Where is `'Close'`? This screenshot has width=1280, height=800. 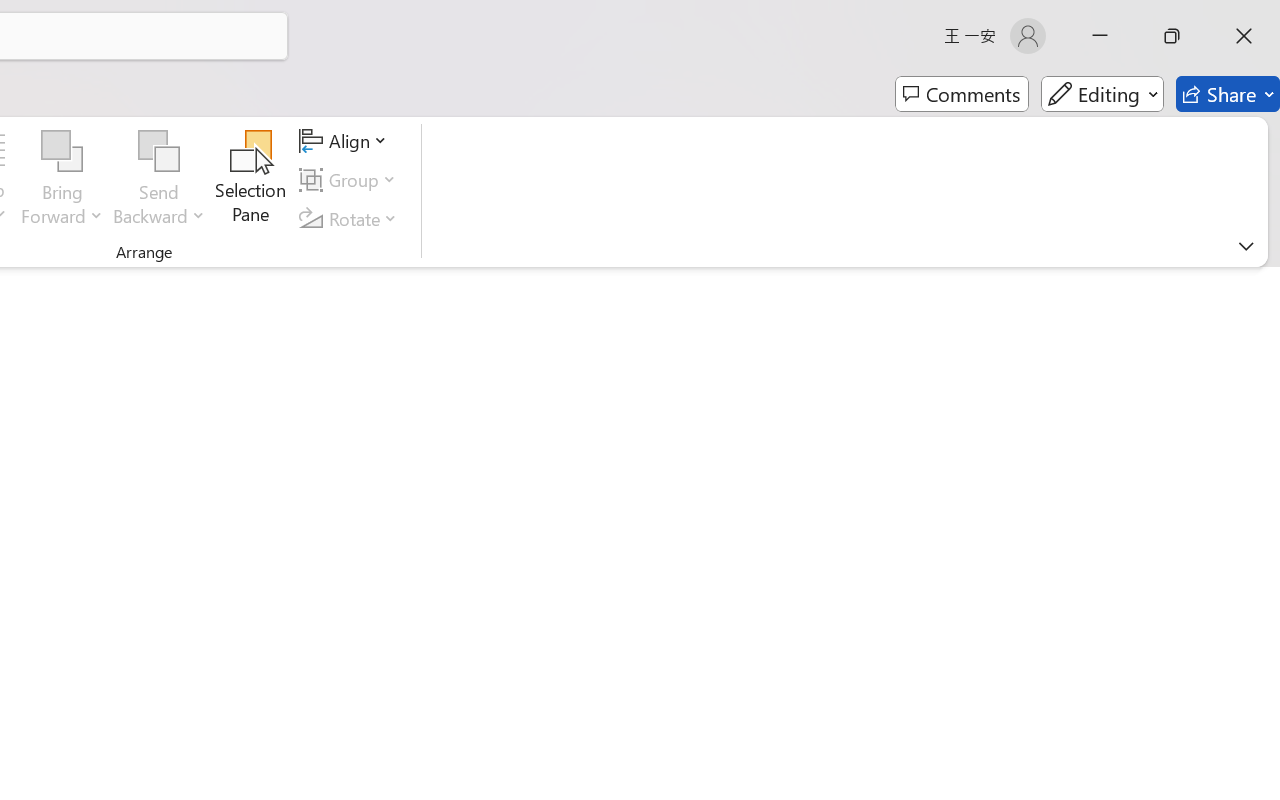
'Close' is located at coordinates (1243, 35).